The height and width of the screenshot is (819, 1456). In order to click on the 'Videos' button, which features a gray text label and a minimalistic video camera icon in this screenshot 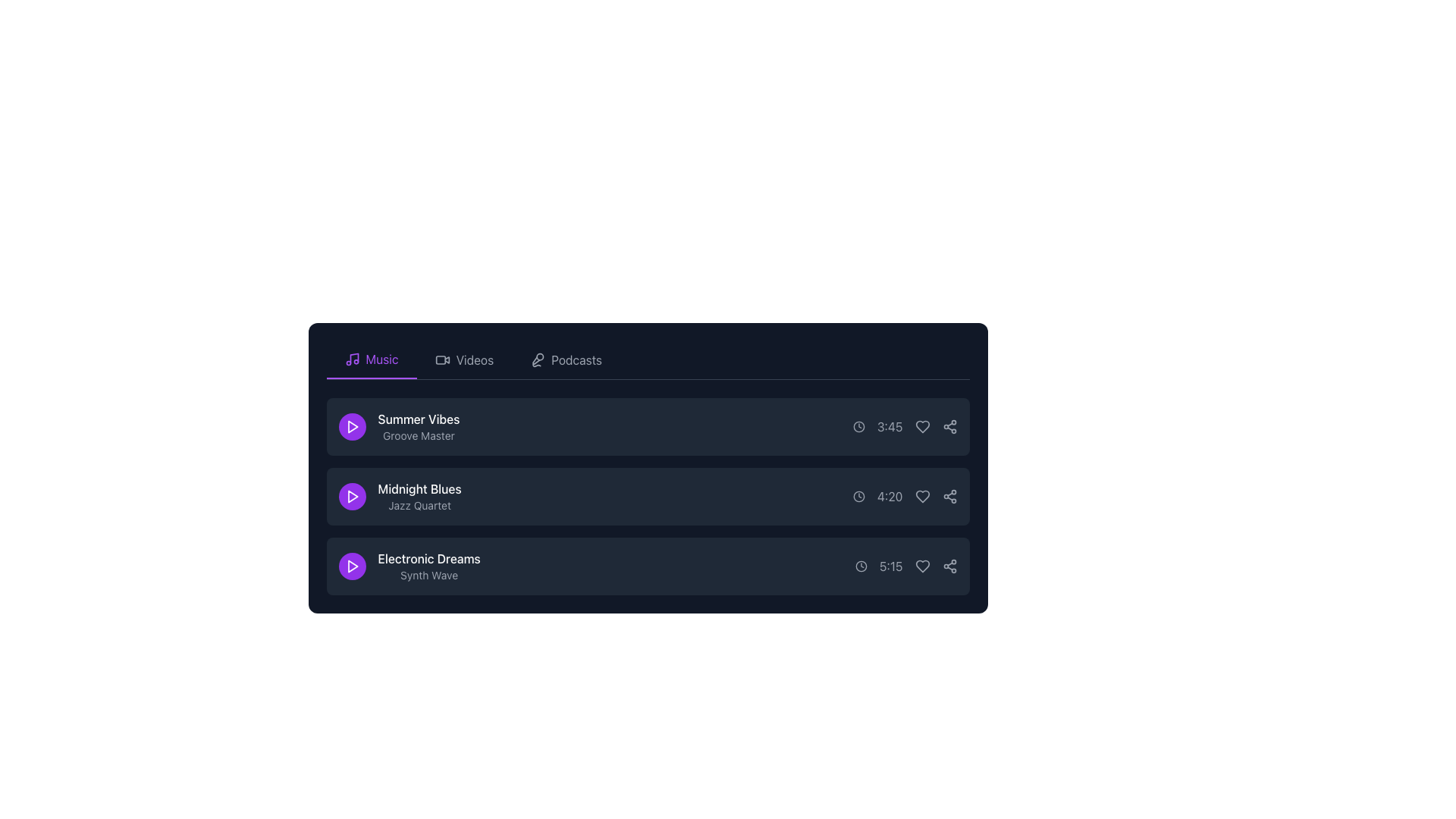, I will do `click(463, 359)`.